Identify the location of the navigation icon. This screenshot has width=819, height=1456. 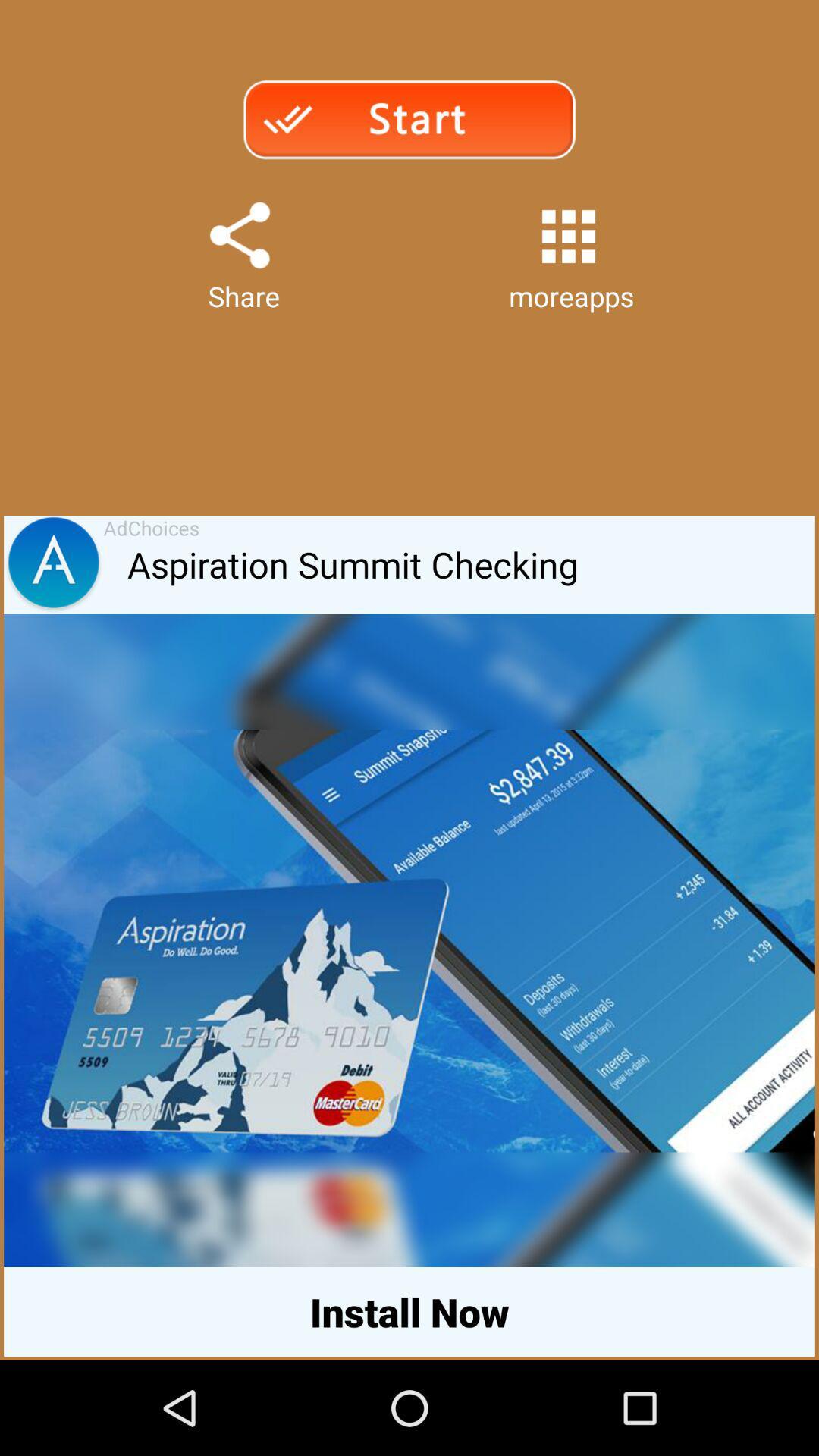
(52, 604).